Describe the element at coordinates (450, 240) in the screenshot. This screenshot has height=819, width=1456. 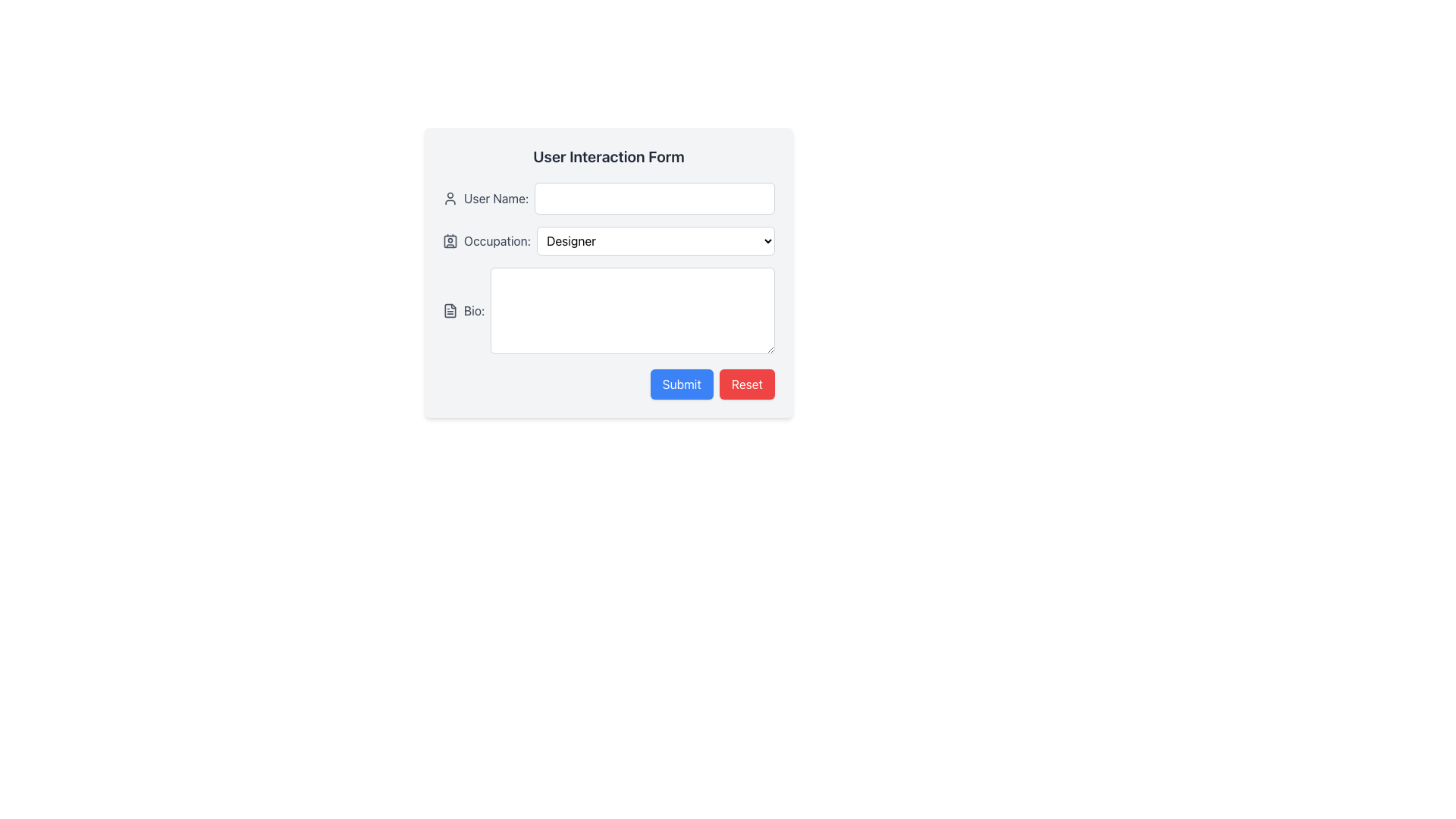
I see `the icon that visually identifies the 'Occupation' input field, located to the left of the 'Occupation' label` at that location.